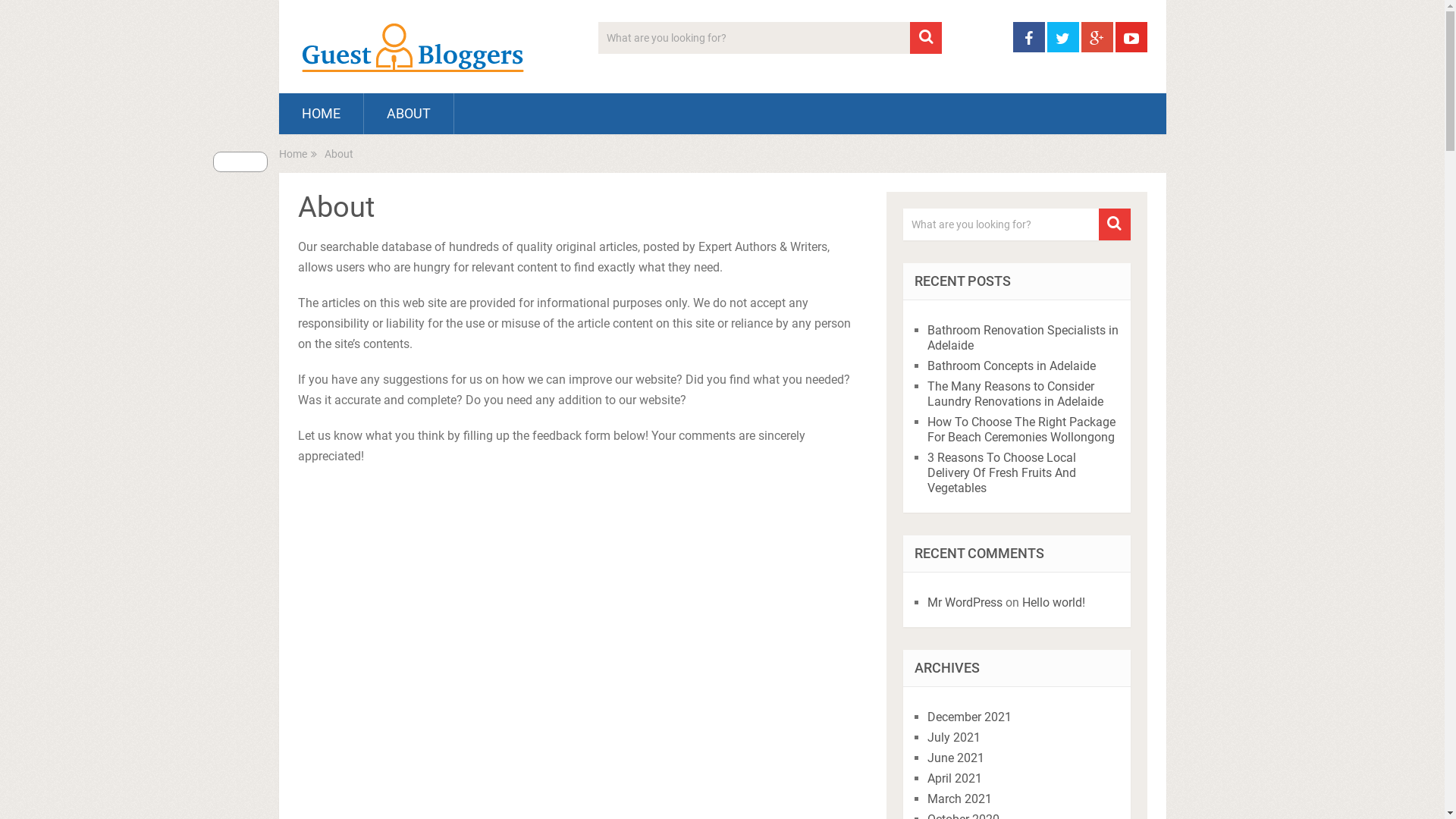 This screenshot has height=819, width=1456. What do you see at coordinates (927, 736) in the screenshot?
I see `'July 2021'` at bounding box center [927, 736].